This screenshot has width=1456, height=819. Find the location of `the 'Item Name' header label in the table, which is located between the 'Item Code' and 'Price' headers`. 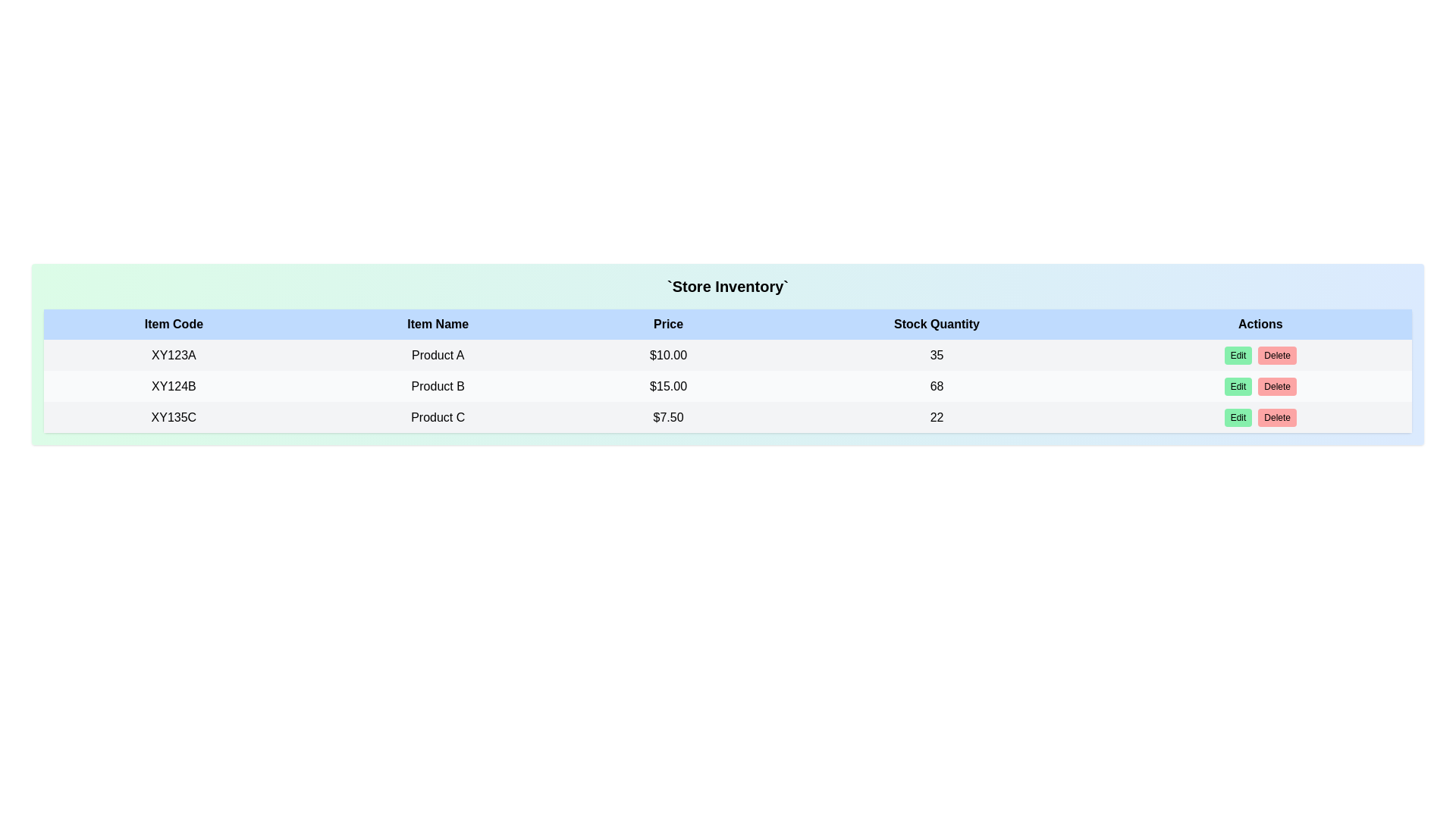

the 'Item Name' header label in the table, which is located between the 'Item Code' and 'Price' headers is located at coordinates (437, 324).